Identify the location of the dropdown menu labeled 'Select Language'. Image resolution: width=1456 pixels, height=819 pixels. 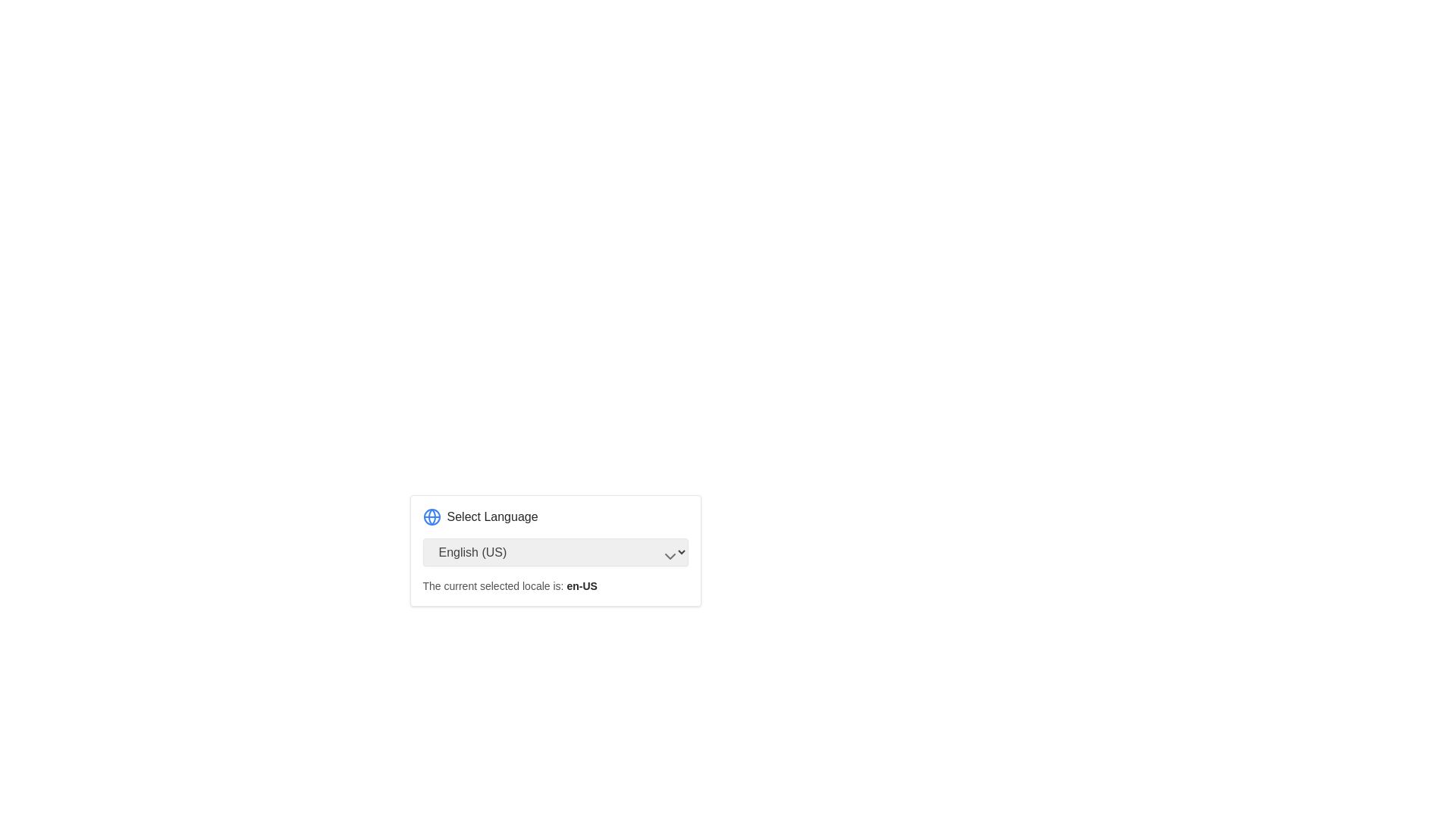
(554, 551).